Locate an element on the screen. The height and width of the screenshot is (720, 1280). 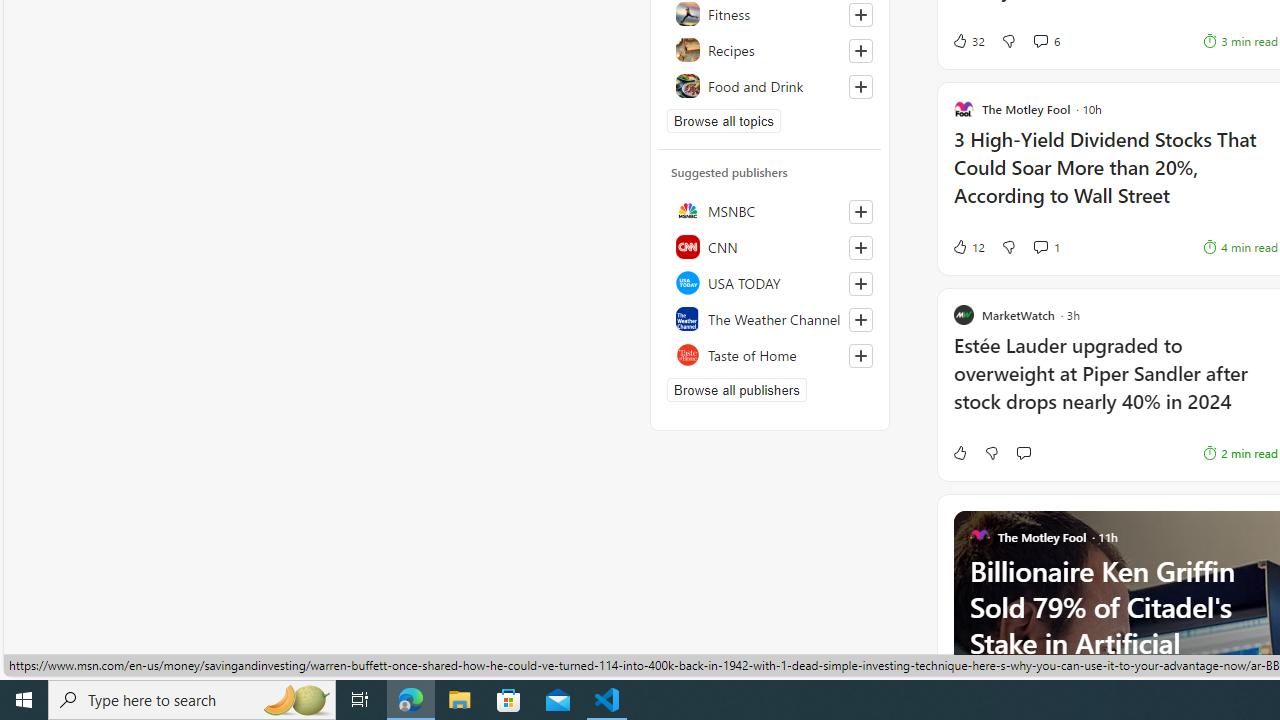
'12 Like' is located at coordinates (968, 245).